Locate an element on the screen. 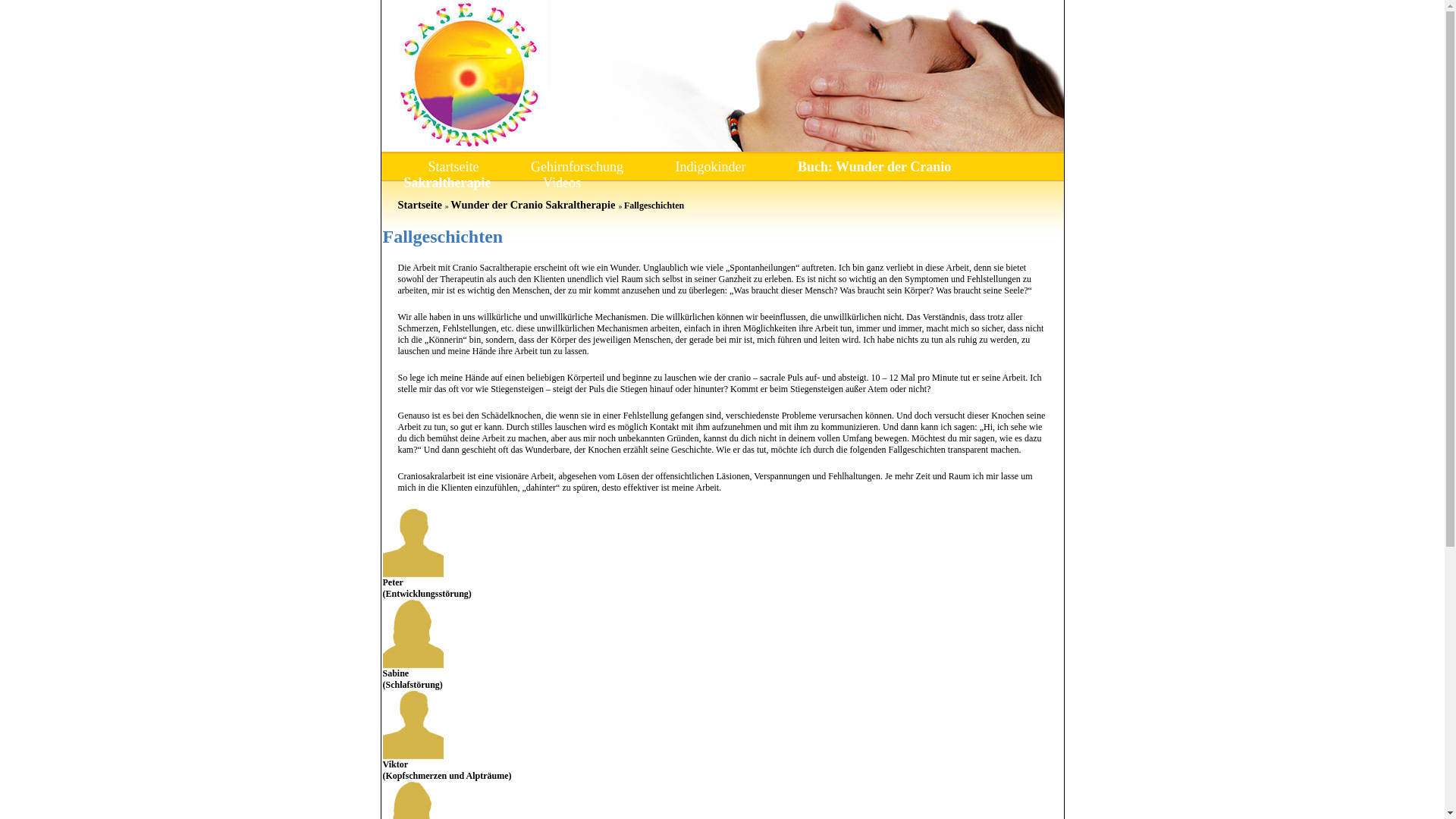  'Buch: Wunder der Cranio Sakraltherapie' is located at coordinates (676, 174).